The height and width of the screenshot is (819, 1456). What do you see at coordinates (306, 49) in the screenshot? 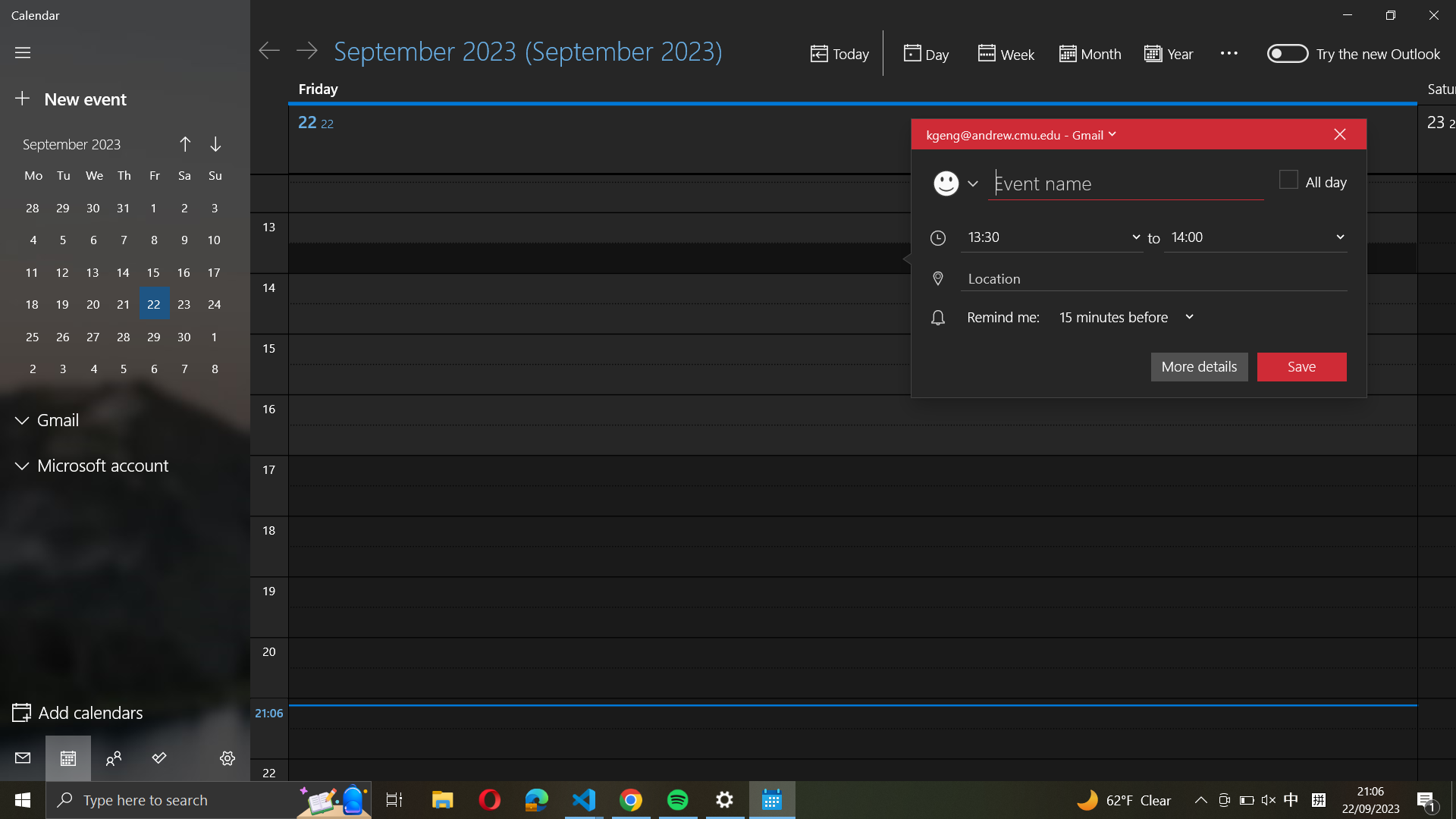
I see `Move to the upcoming day in the calendar` at bounding box center [306, 49].